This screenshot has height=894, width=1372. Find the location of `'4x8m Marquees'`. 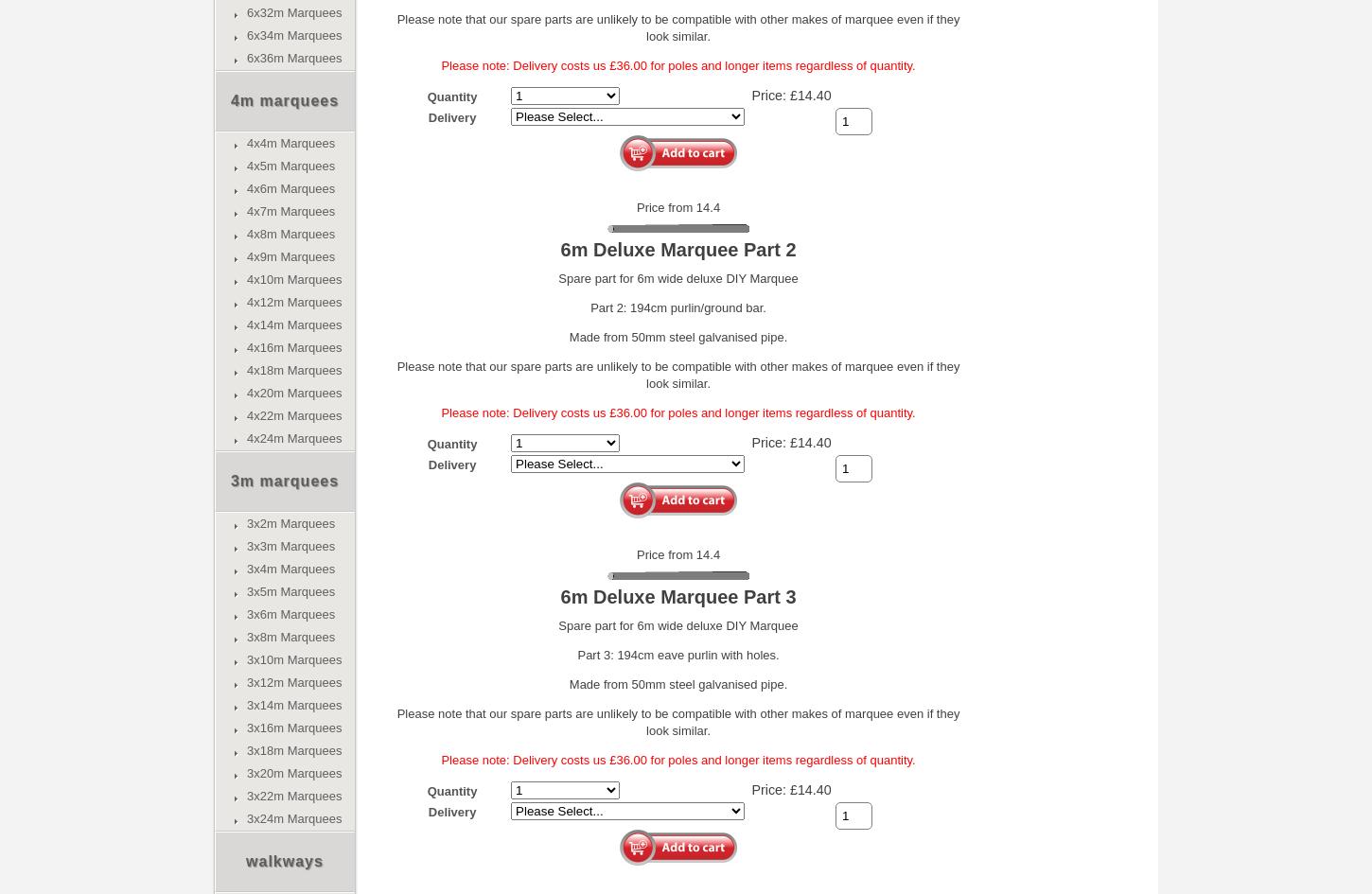

'4x8m Marquees' is located at coordinates (247, 233).